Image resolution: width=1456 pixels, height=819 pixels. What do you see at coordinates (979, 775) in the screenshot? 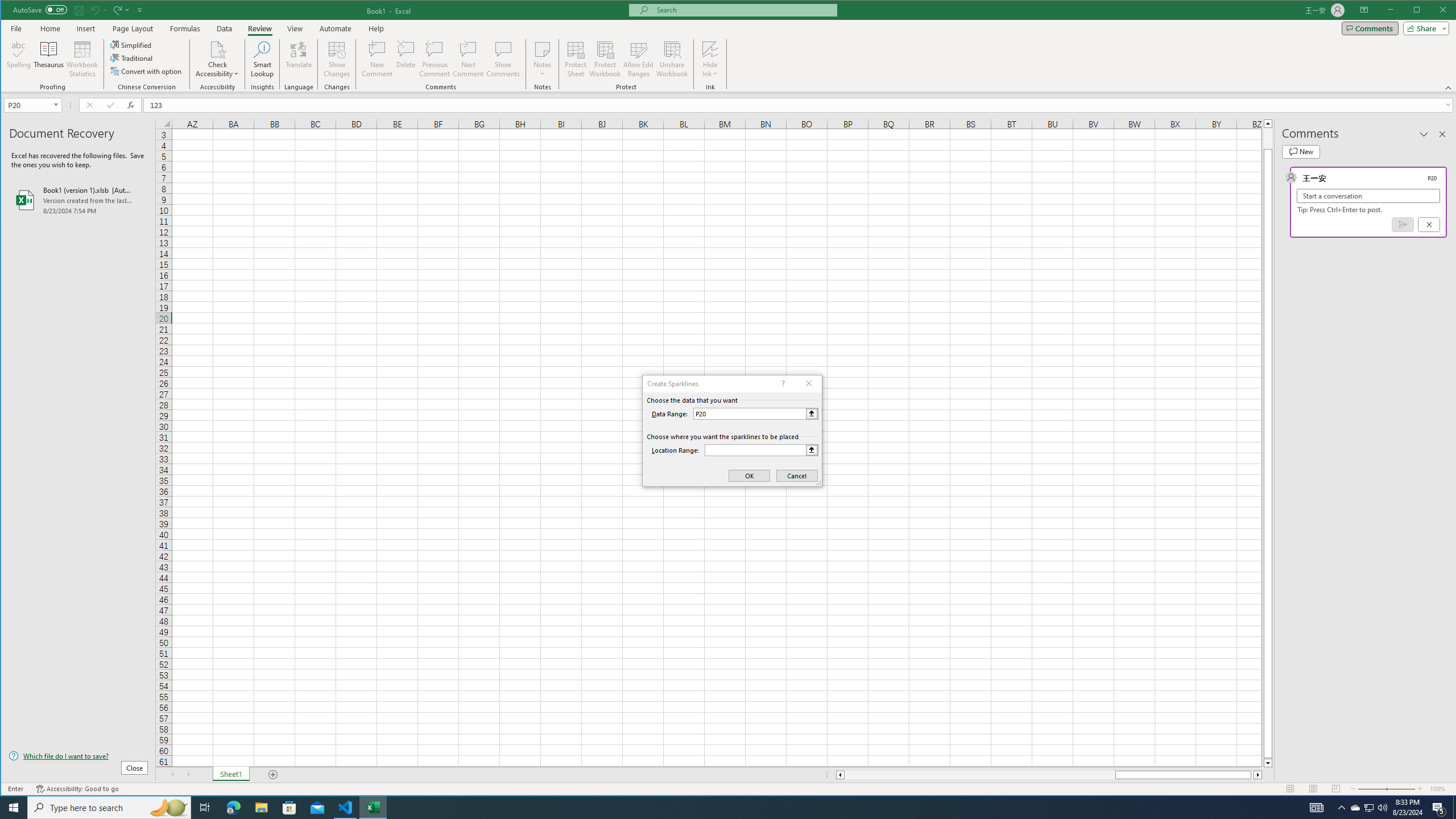
I see `'Page left'` at bounding box center [979, 775].